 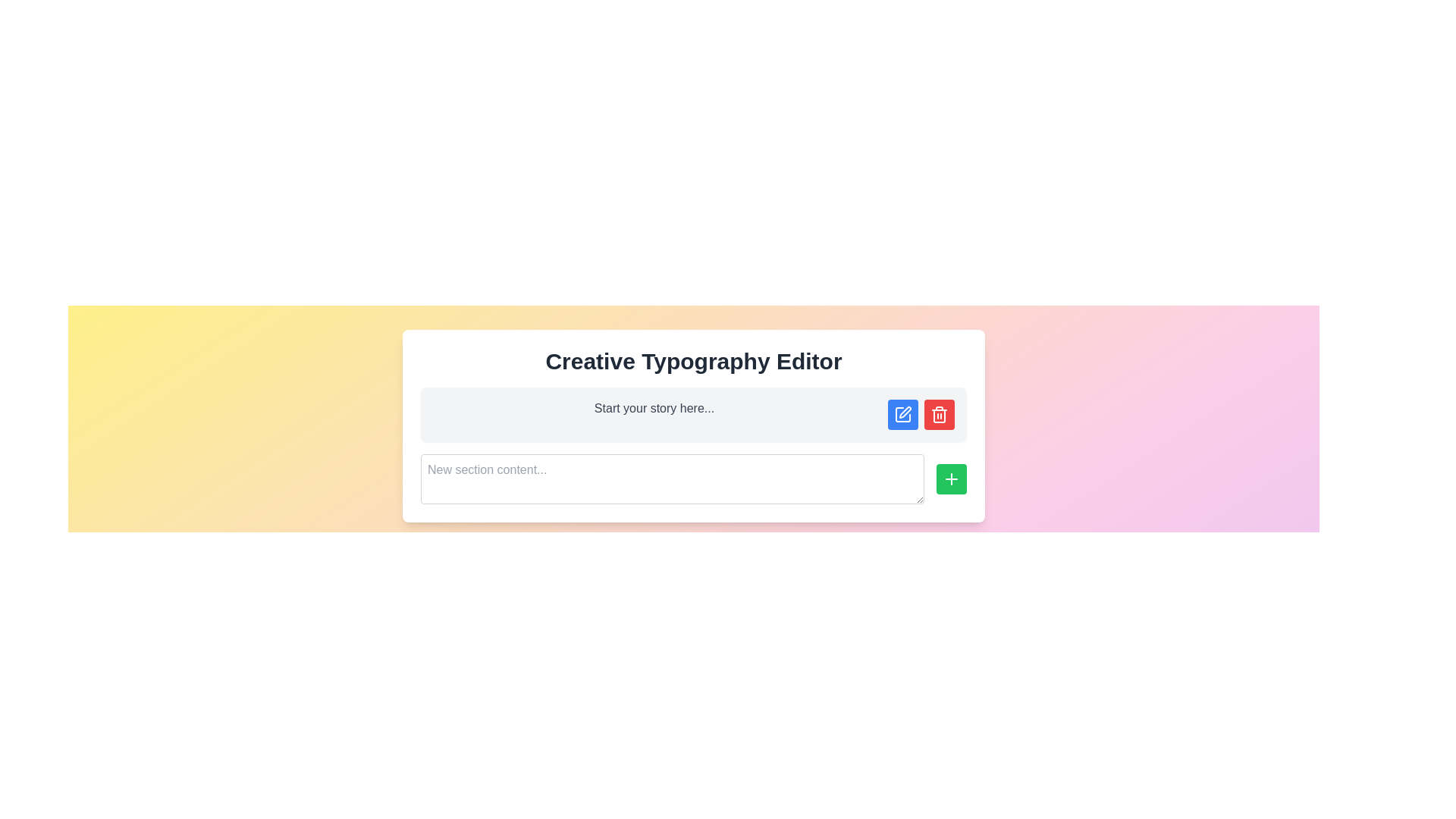 What do you see at coordinates (902, 415) in the screenshot?
I see `the first rounded blue button with a pen icon located to the right of the text editor placeholder` at bounding box center [902, 415].